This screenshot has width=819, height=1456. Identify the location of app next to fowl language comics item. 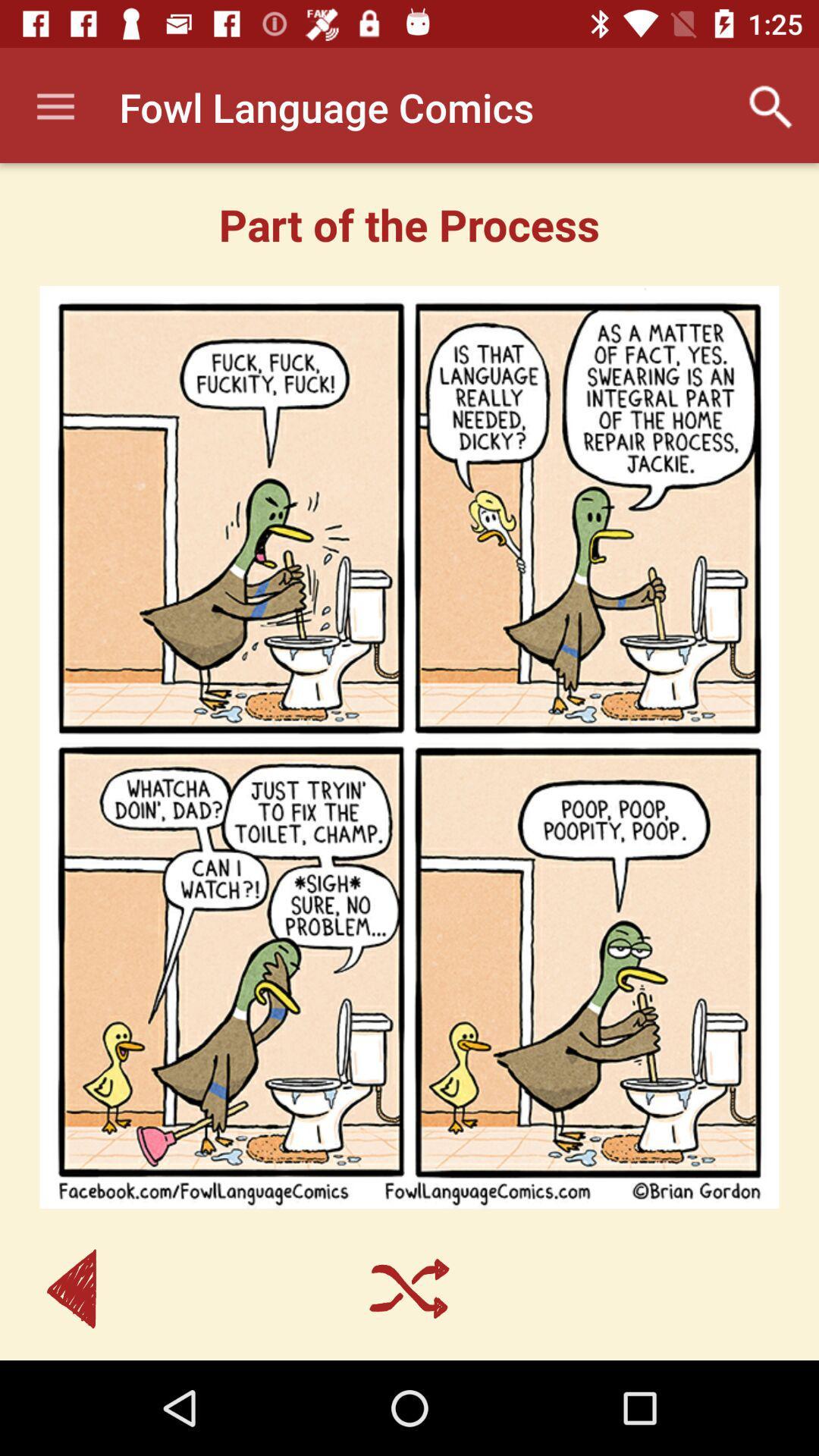
(771, 106).